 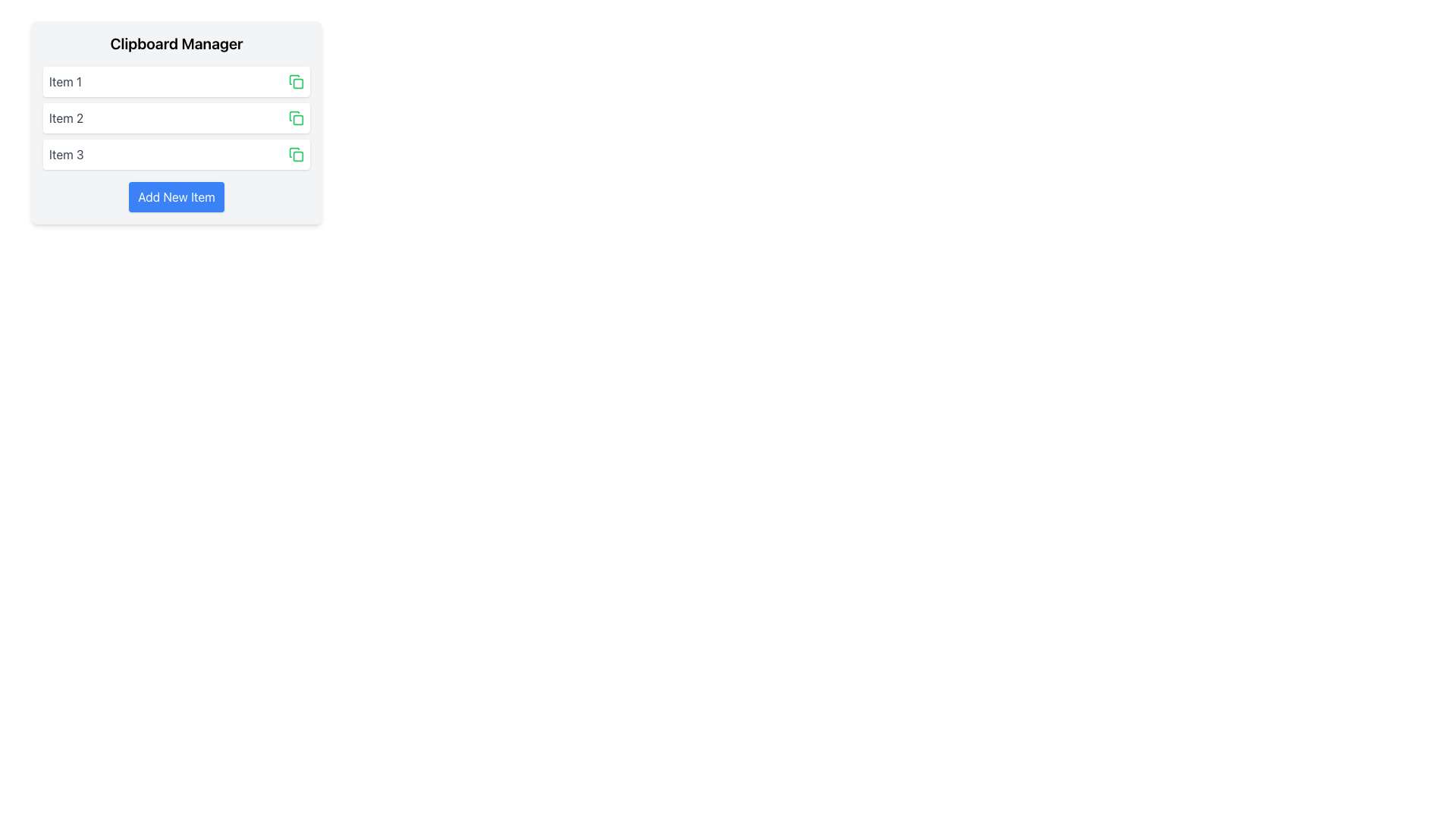 I want to click on the copy button icon located to the right of the first item entry in the vertical list, which enhances visual clarity, so click(x=298, y=83).